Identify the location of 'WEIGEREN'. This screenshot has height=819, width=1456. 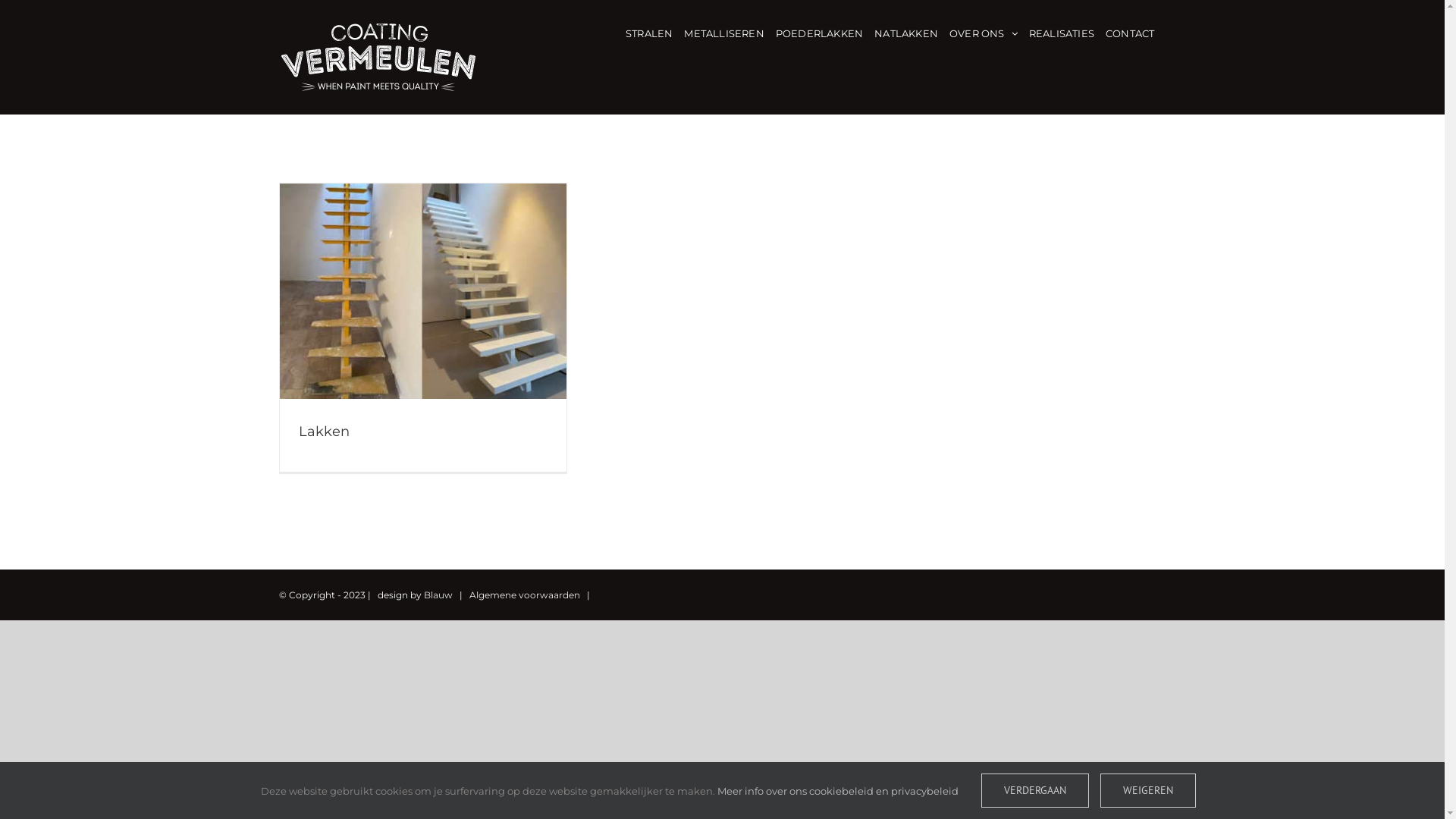
(1147, 789).